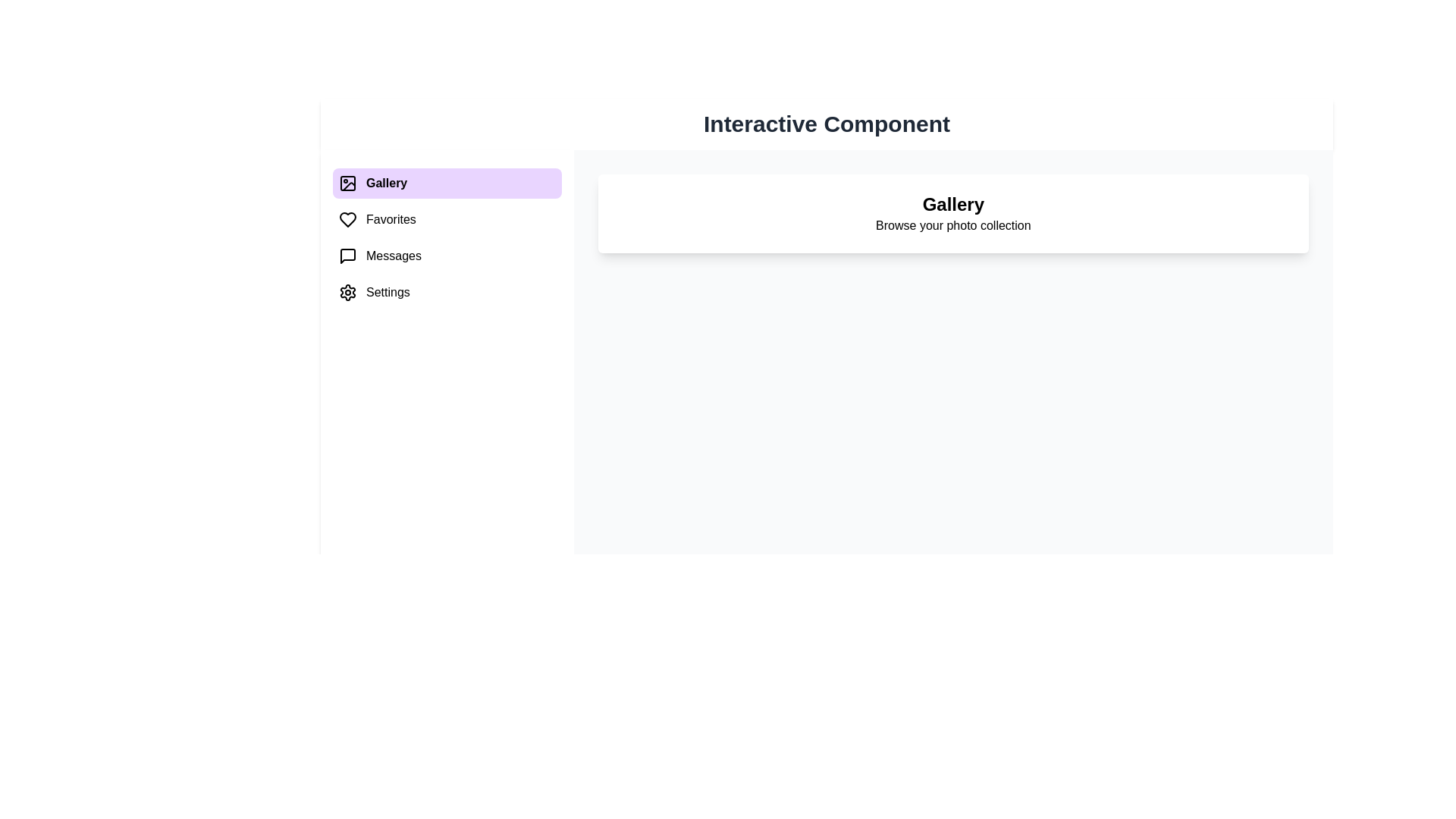 The width and height of the screenshot is (1456, 819). I want to click on the menu item Messages to switch the content area, so click(446, 256).